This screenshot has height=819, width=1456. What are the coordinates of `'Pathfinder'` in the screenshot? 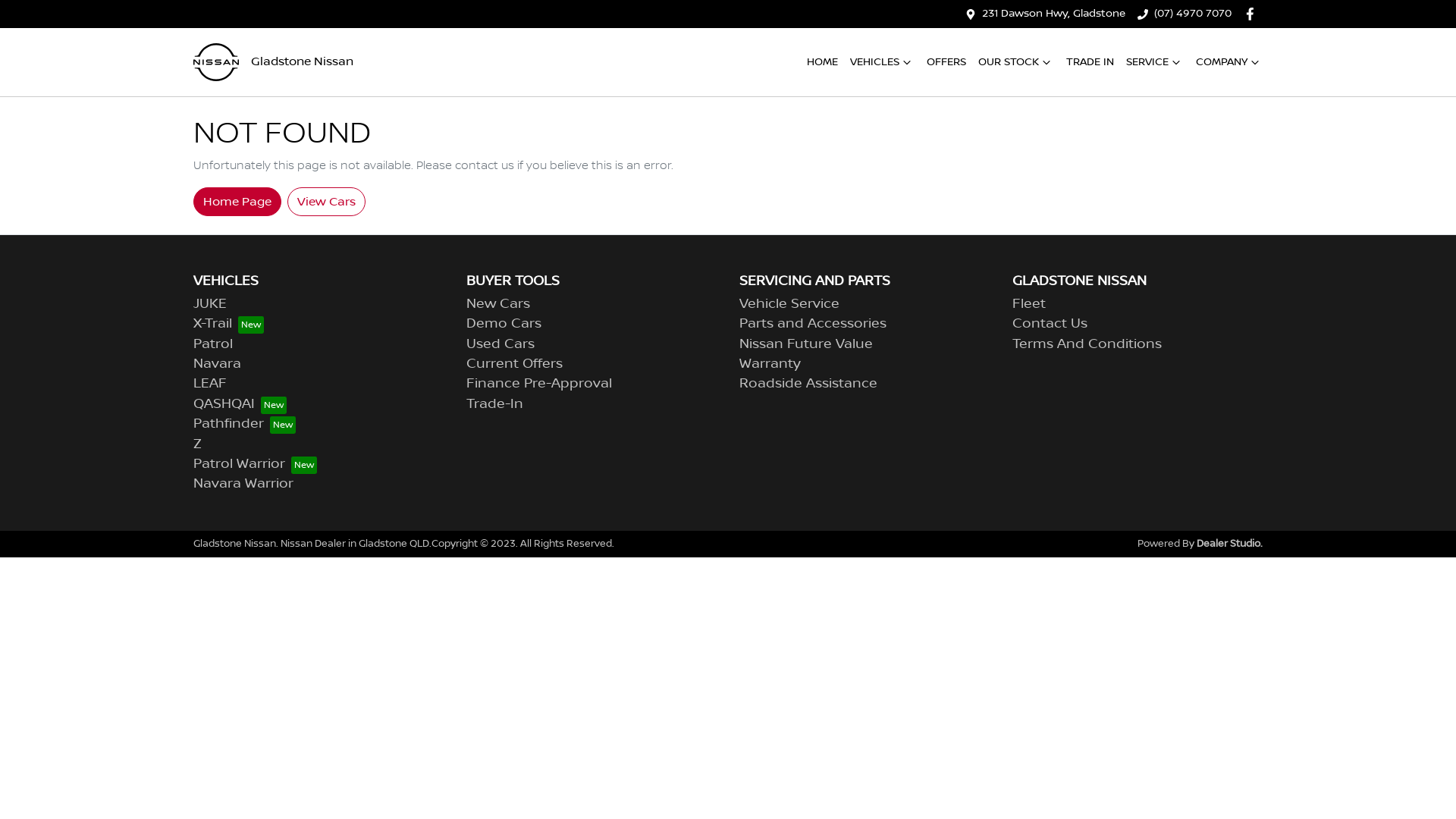 It's located at (244, 424).